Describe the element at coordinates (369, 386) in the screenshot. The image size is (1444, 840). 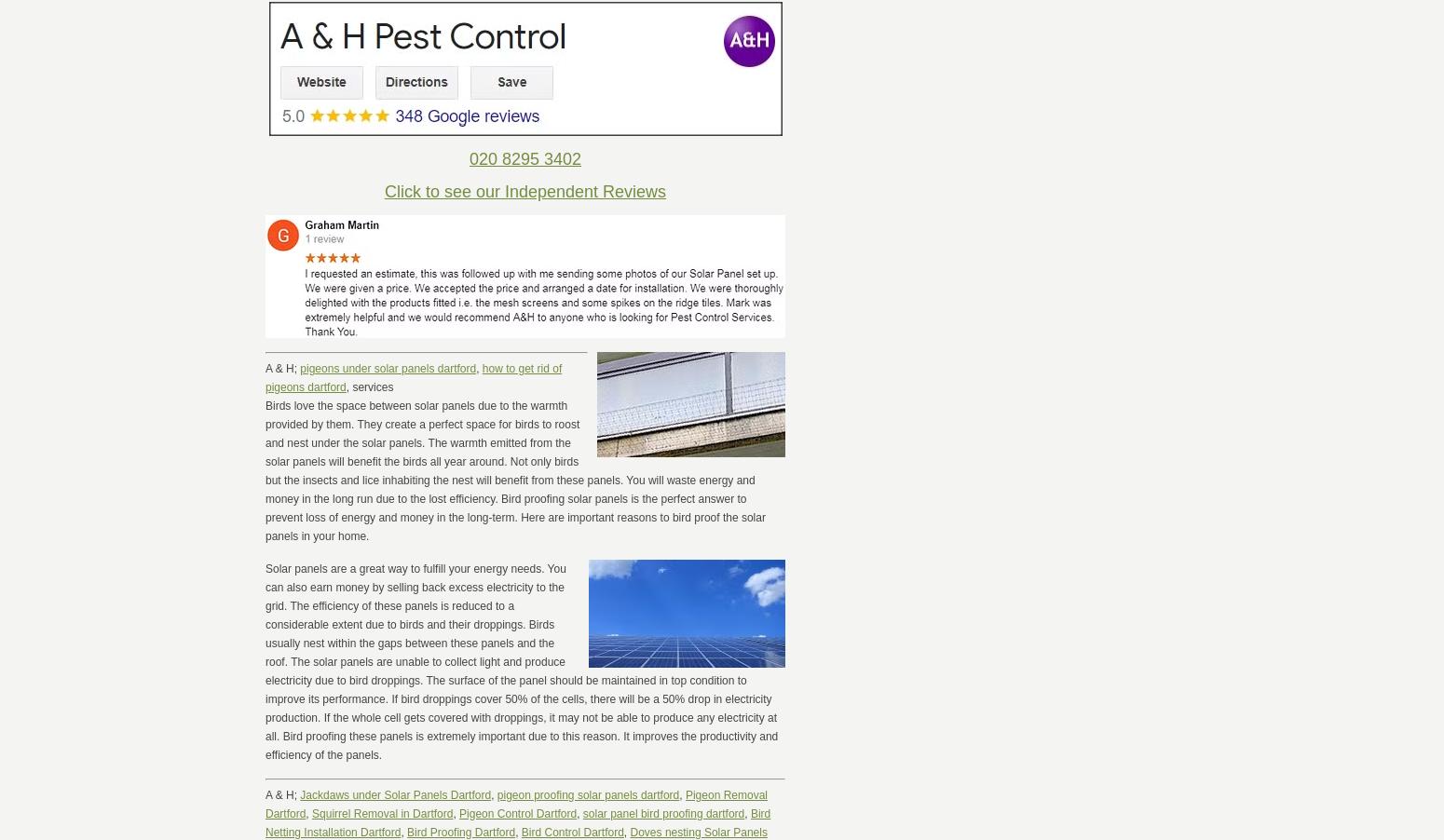
I see `', services'` at that location.